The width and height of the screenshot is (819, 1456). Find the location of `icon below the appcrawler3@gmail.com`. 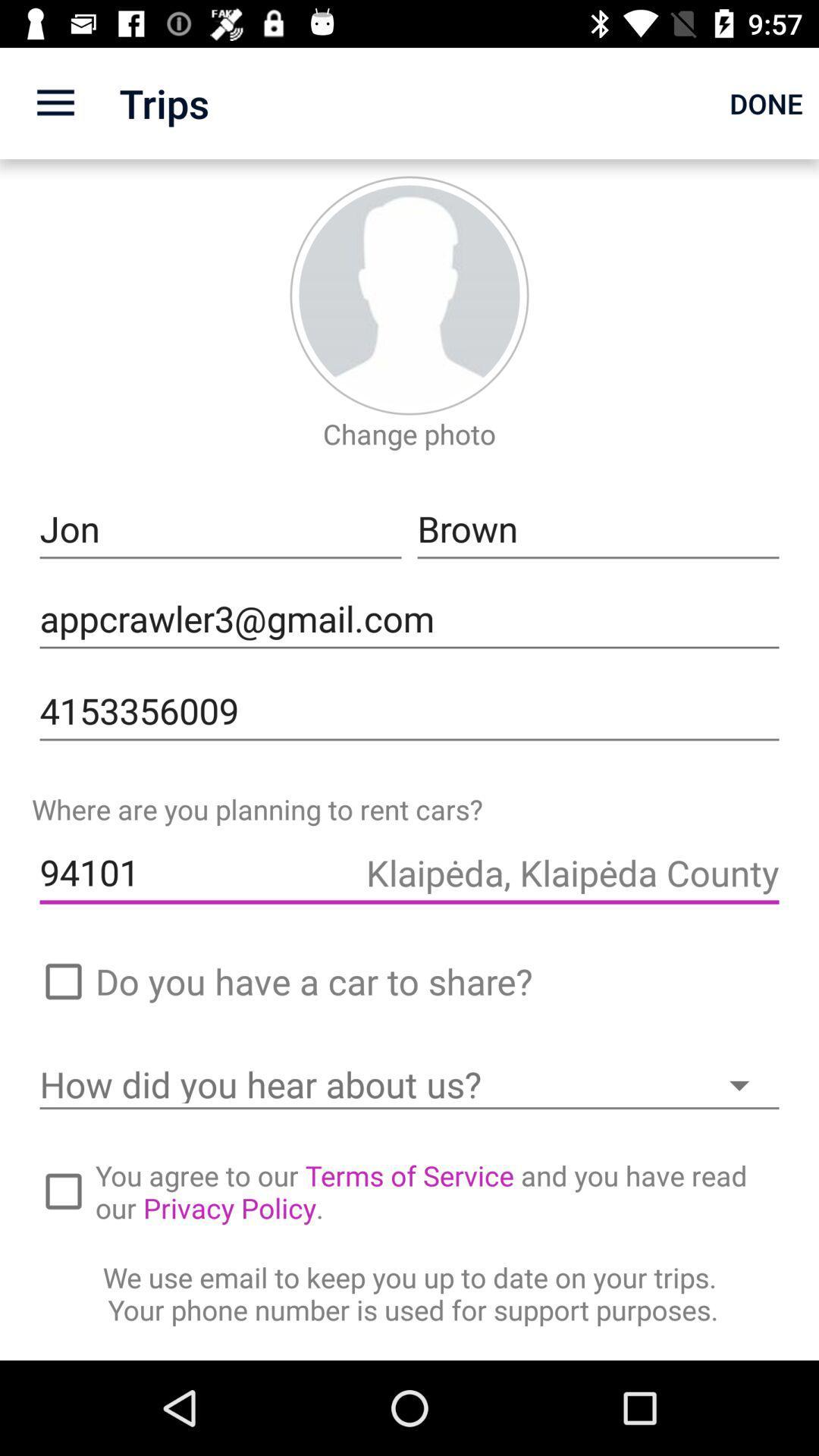

icon below the appcrawler3@gmail.com is located at coordinates (409, 711).